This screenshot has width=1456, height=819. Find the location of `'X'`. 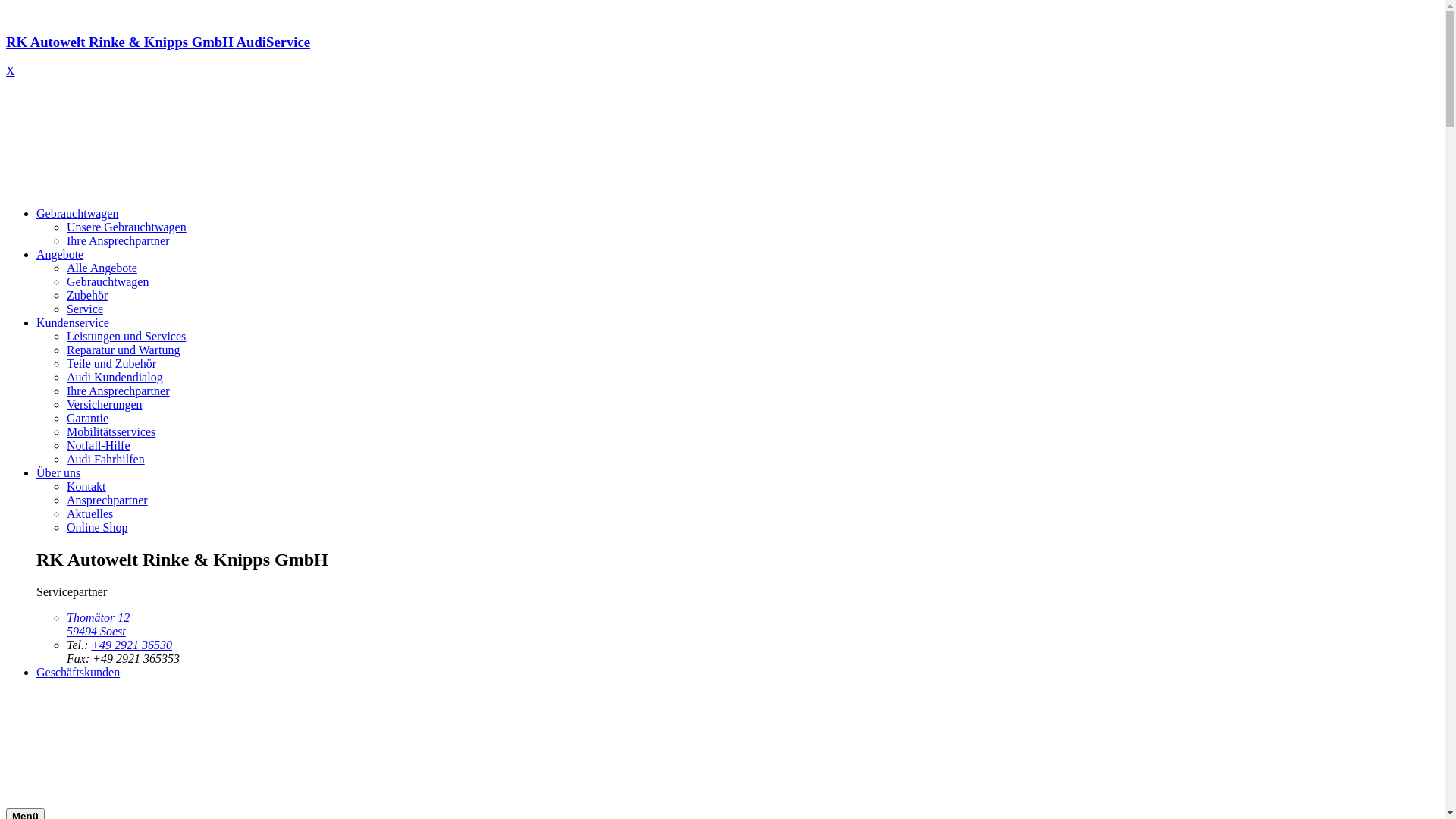

'X' is located at coordinates (11, 71).